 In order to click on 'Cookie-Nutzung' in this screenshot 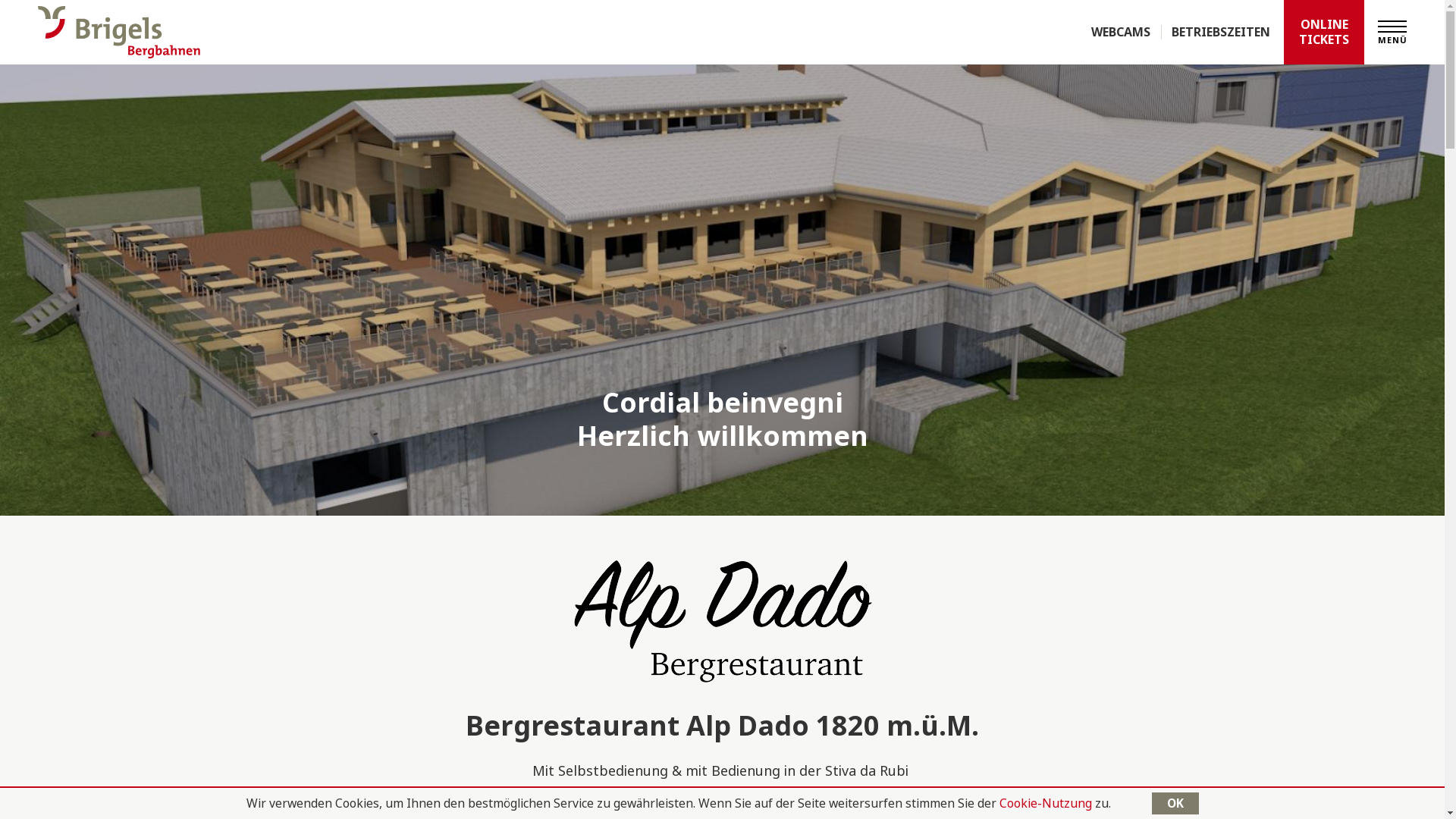, I will do `click(999, 802)`.